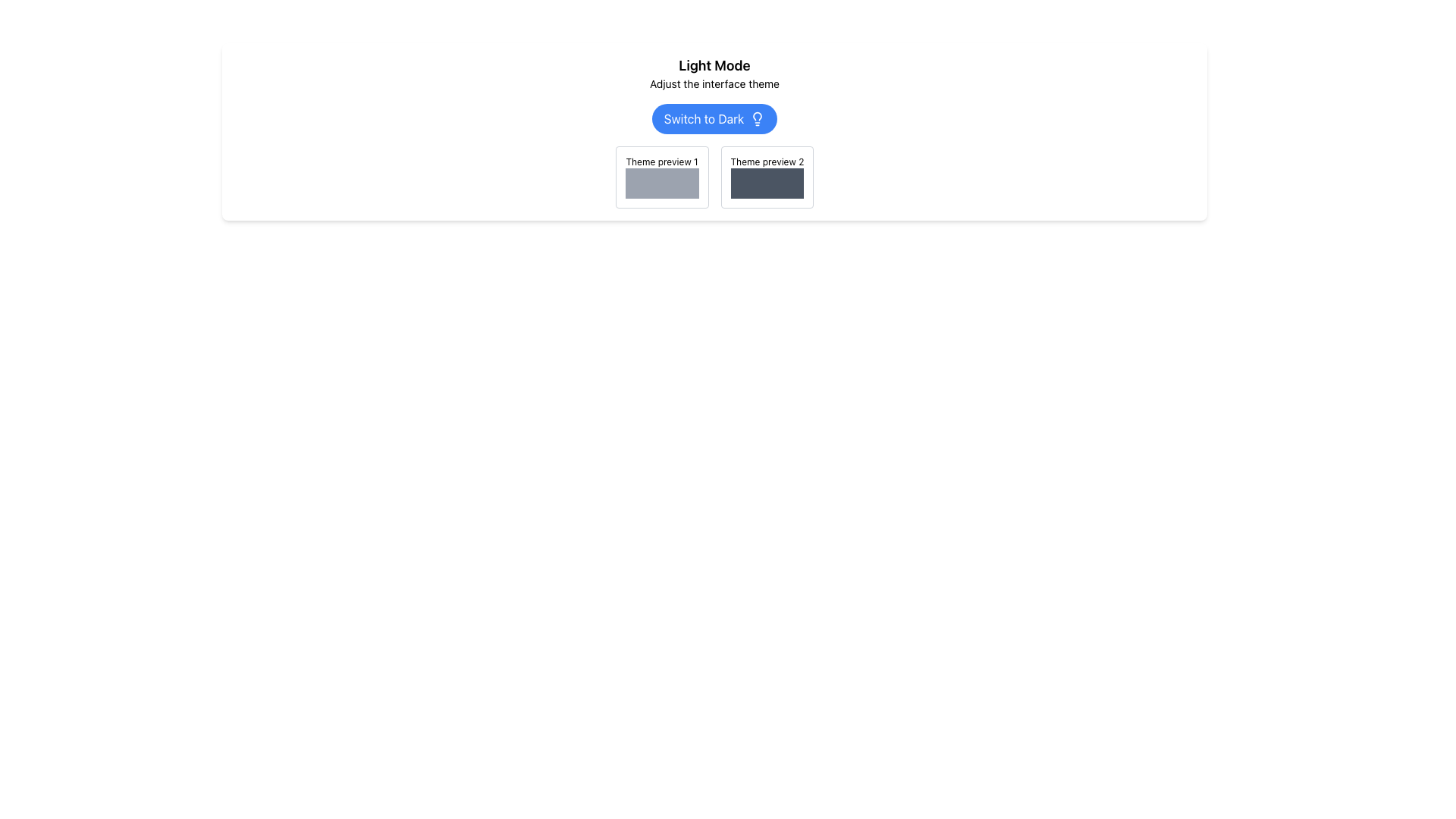 This screenshot has height=819, width=1456. Describe the element at coordinates (714, 118) in the screenshot. I see `the rounded blue button labeled 'Switch to Dark' with a lightbulb icon` at that location.